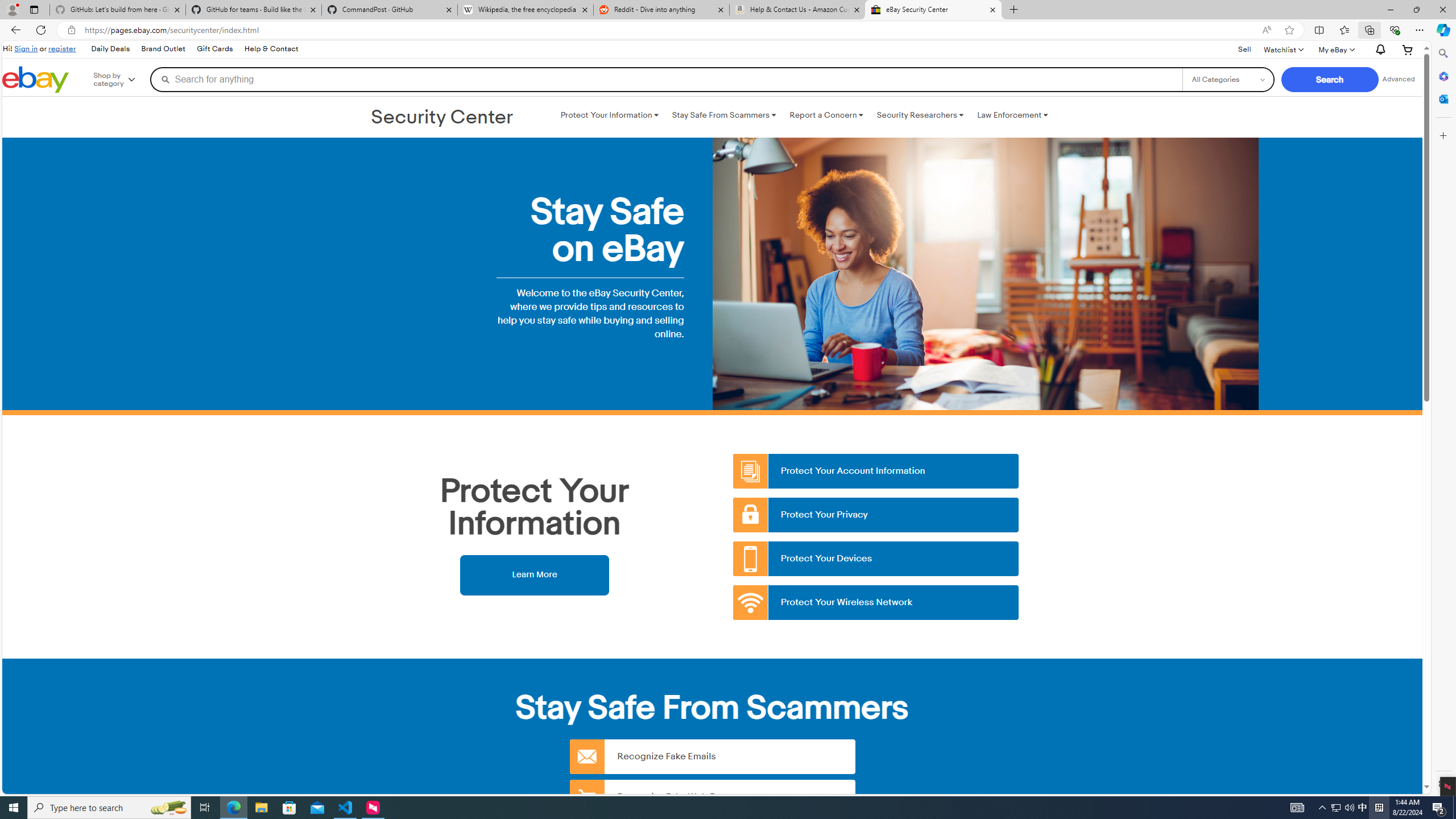  What do you see at coordinates (876, 514) in the screenshot?
I see `'Protect Your Privacy'` at bounding box center [876, 514].